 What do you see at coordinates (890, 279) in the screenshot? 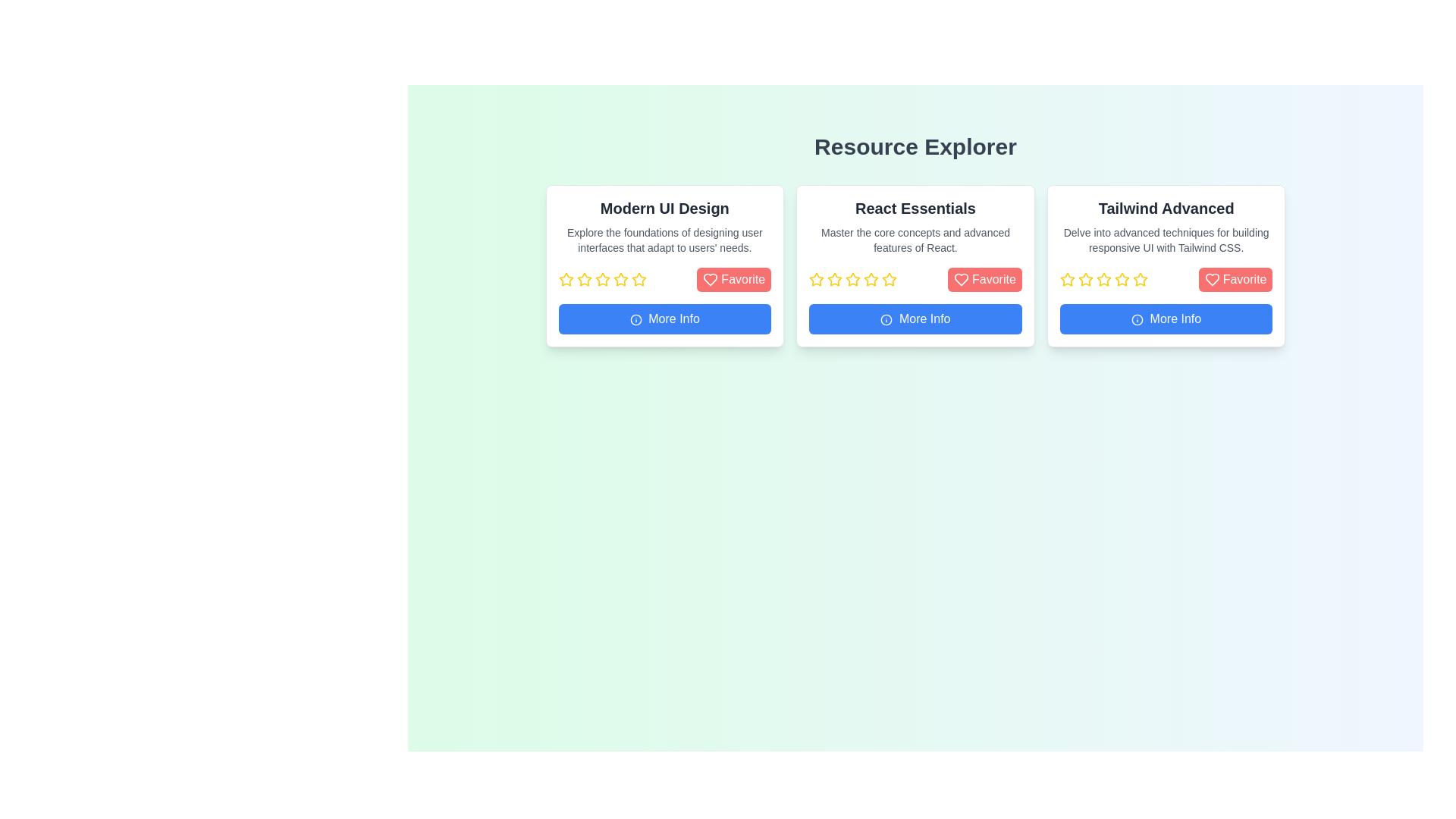
I see `the fourth star icon in the rating system on the 'React Essentials' card to rate it` at bounding box center [890, 279].